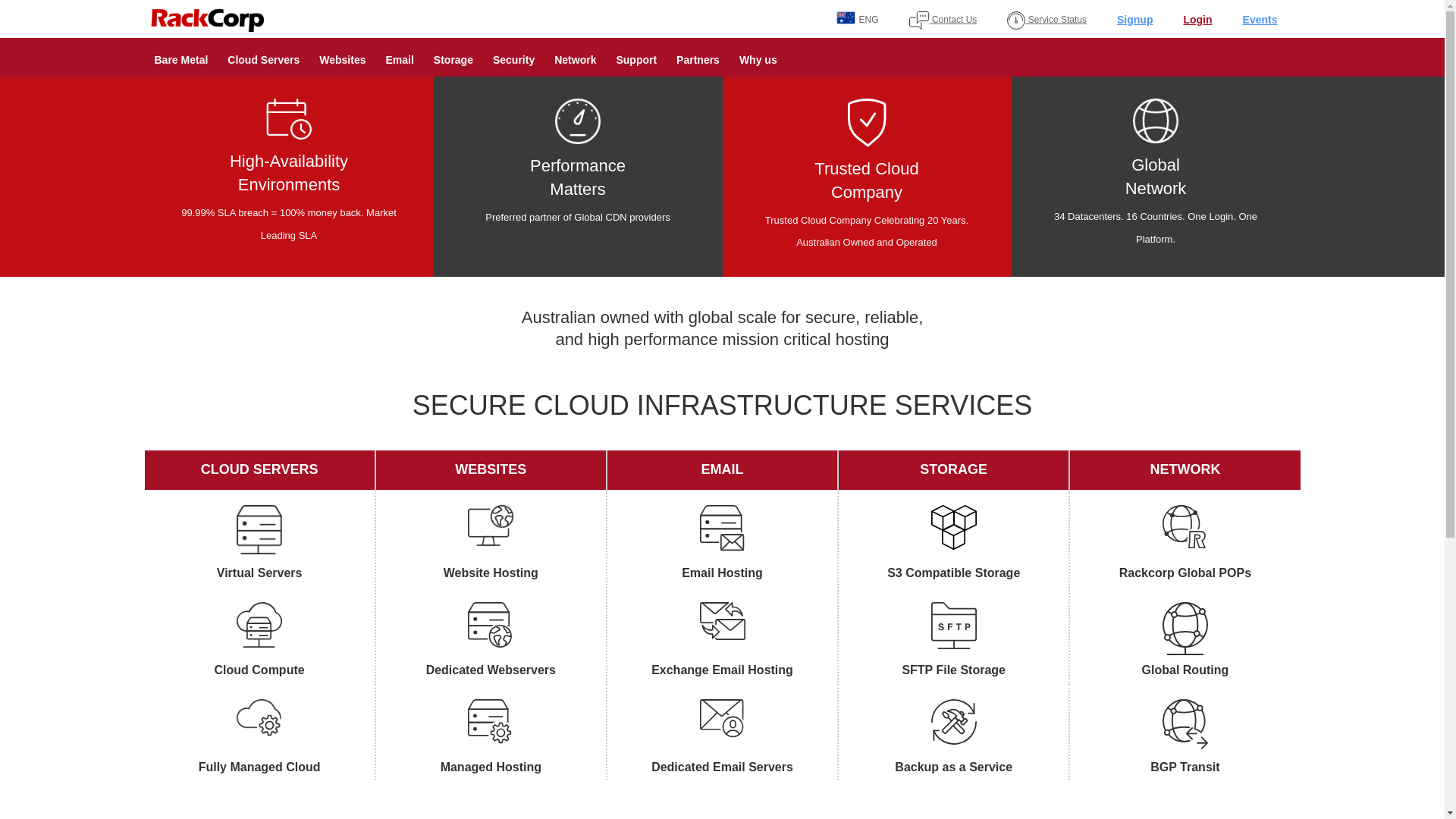  What do you see at coordinates (721, 541) in the screenshot?
I see `'Email Hosting'` at bounding box center [721, 541].